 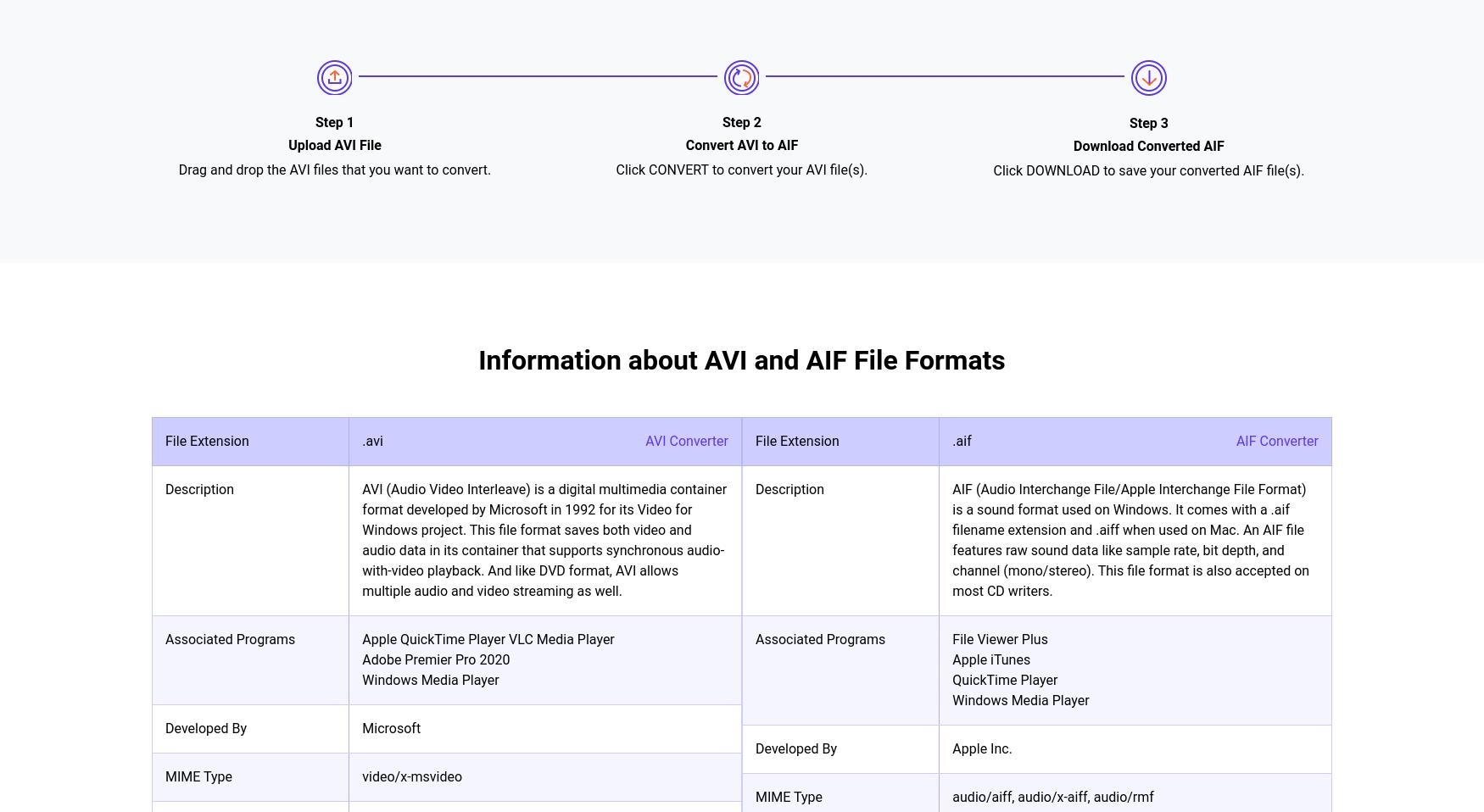 What do you see at coordinates (685, 440) in the screenshot?
I see `'AVI Converter'` at bounding box center [685, 440].